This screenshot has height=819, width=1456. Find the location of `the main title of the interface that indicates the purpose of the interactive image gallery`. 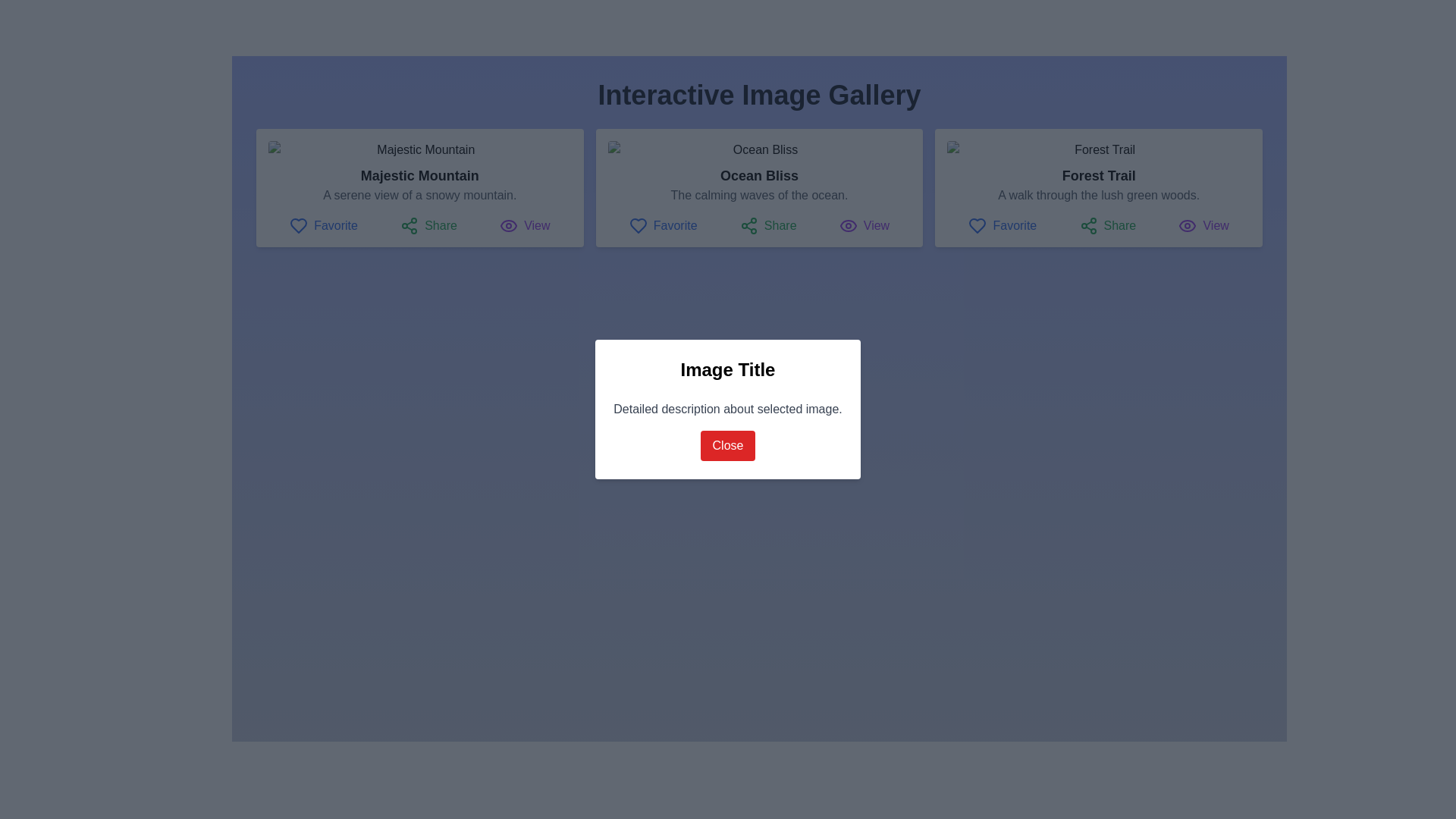

the main title of the interface that indicates the purpose of the interactive image gallery is located at coordinates (759, 96).